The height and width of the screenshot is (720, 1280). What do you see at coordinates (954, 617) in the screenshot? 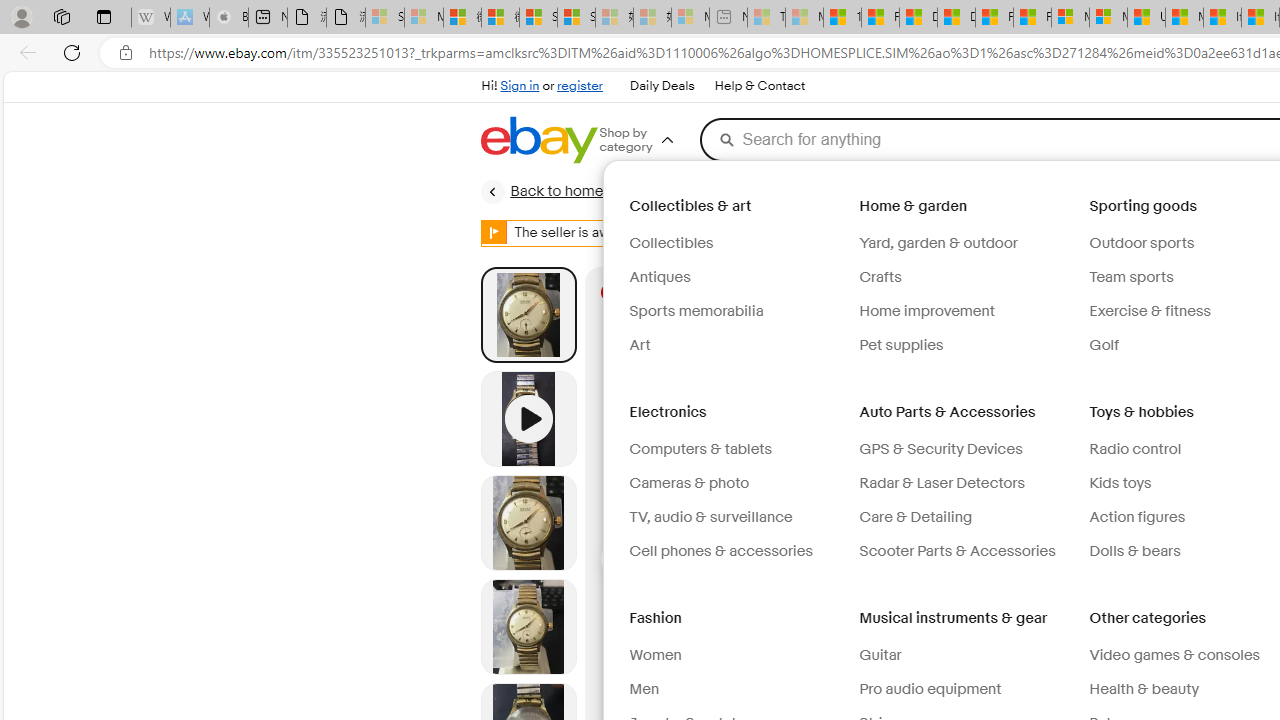
I see `'Musical instruments & gear'` at bounding box center [954, 617].